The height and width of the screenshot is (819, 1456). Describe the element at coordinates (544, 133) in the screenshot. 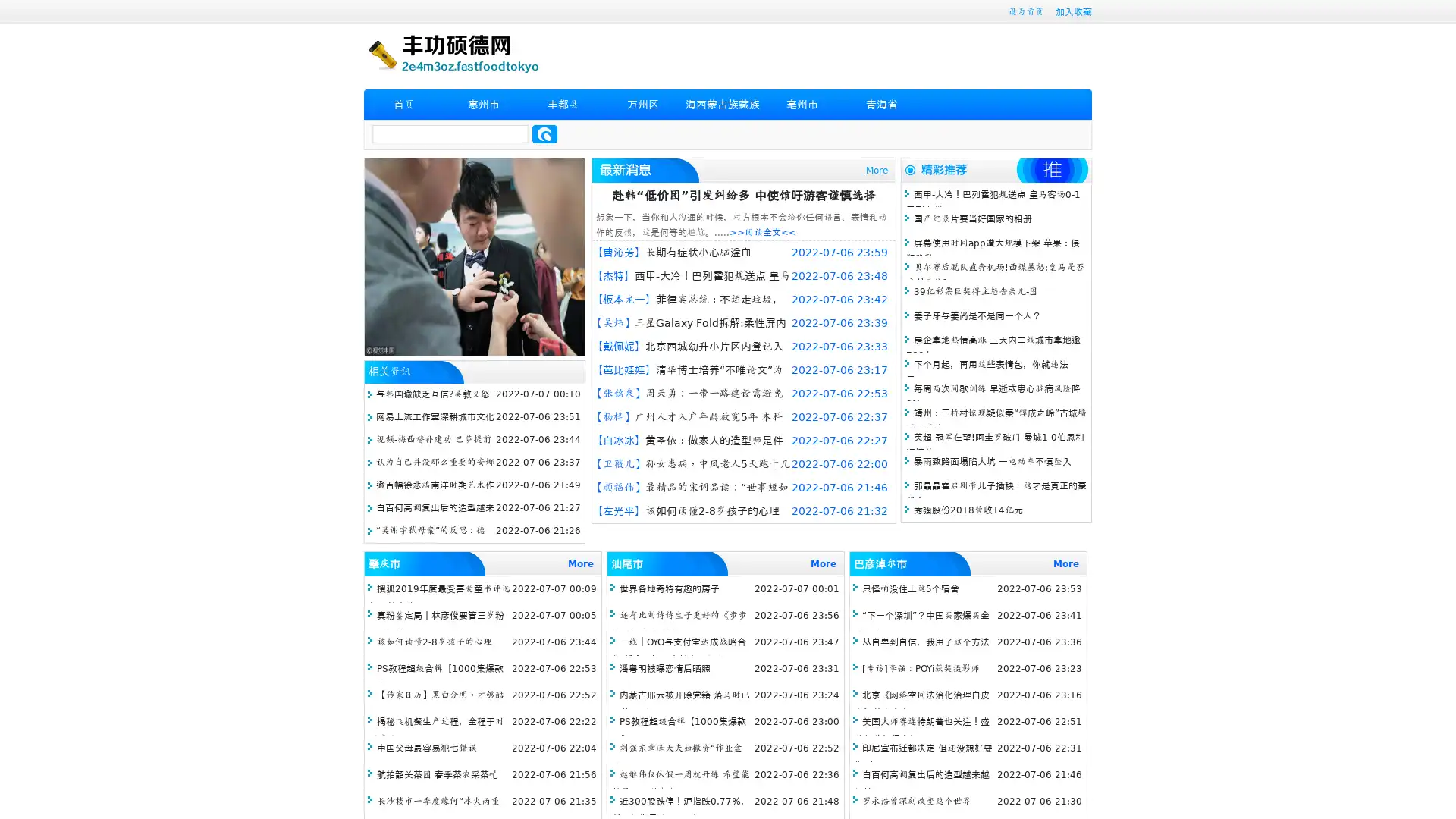

I see `Search` at that location.